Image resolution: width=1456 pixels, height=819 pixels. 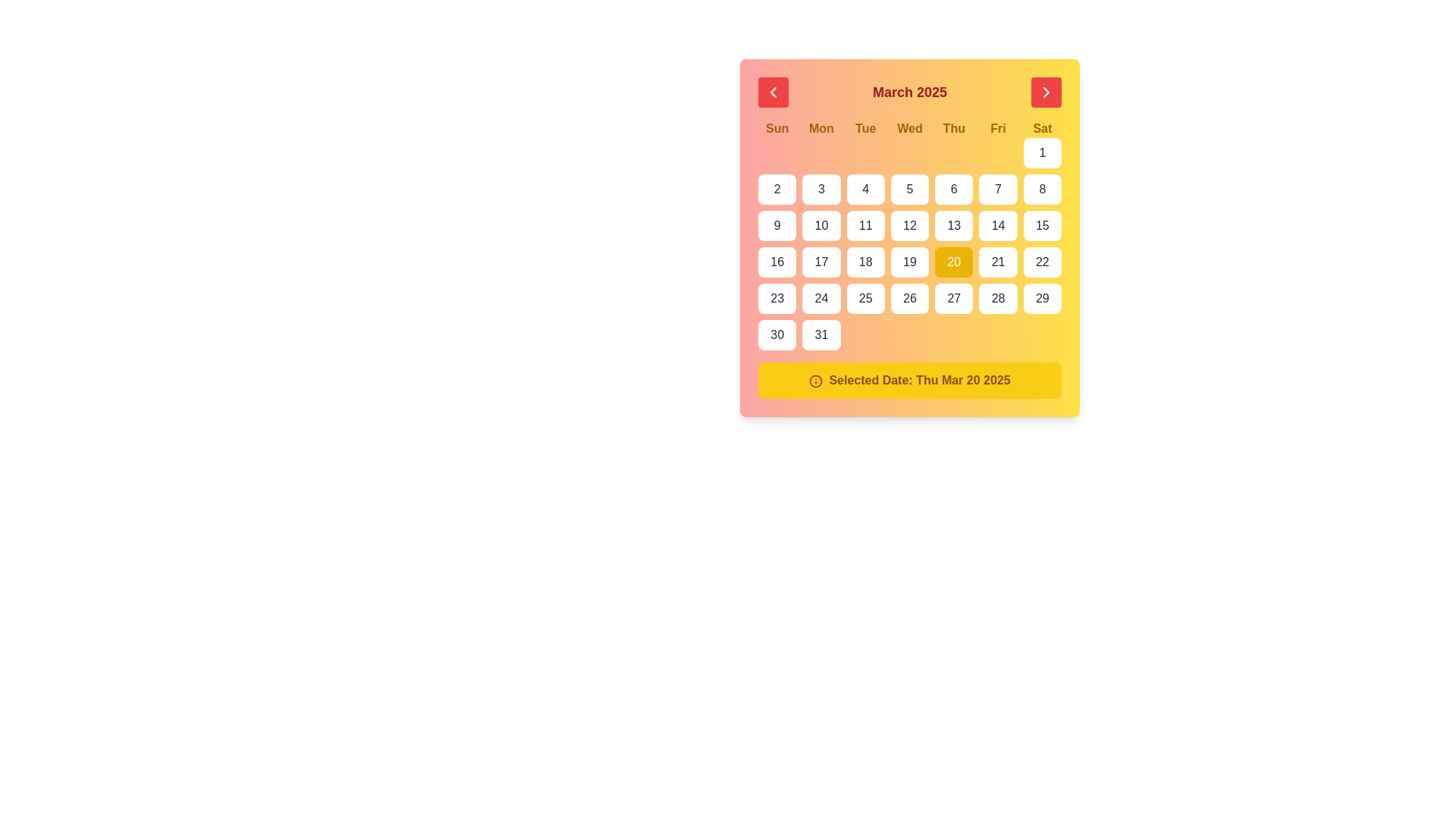 What do you see at coordinates (1041, 152) in the screenshot?
I see `the button representing the first day of the month in the calendar layout, located in the top-right corner of the grid` at bounding box center [1041, 152].